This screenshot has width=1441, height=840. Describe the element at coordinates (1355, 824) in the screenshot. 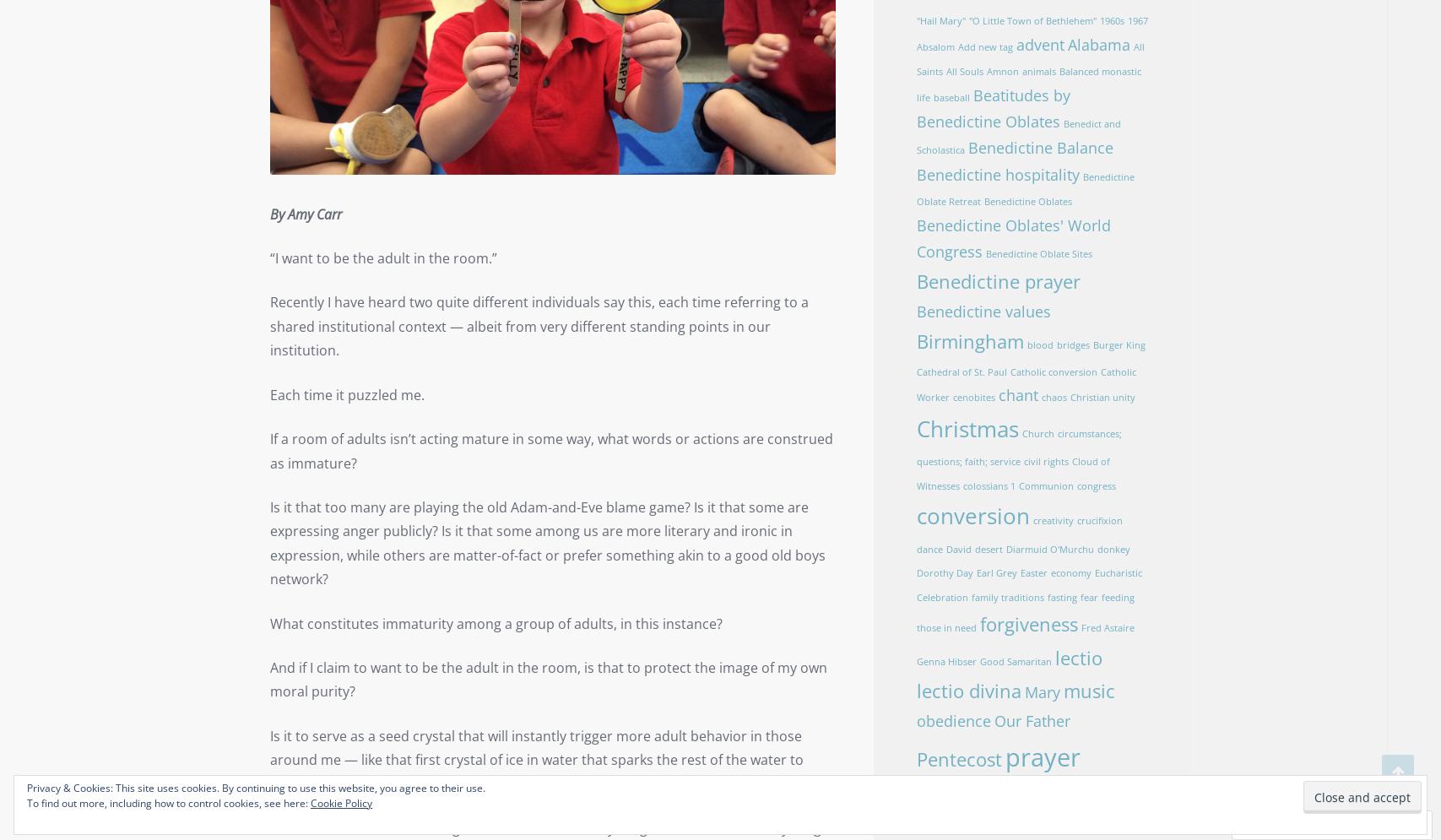

I see `'Follow'` at that location.